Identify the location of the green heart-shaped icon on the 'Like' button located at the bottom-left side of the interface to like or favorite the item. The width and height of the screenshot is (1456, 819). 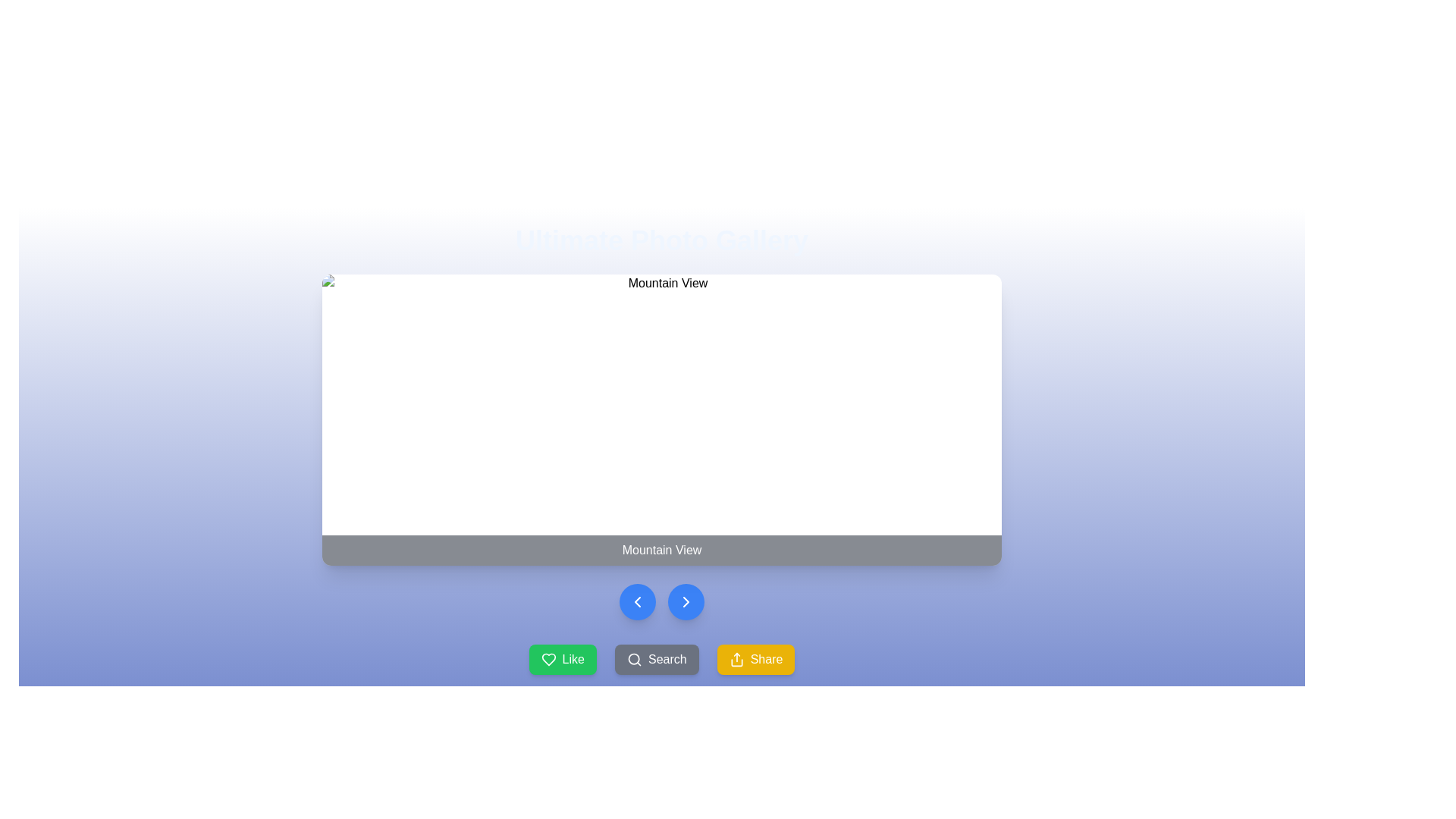
(548, 659).